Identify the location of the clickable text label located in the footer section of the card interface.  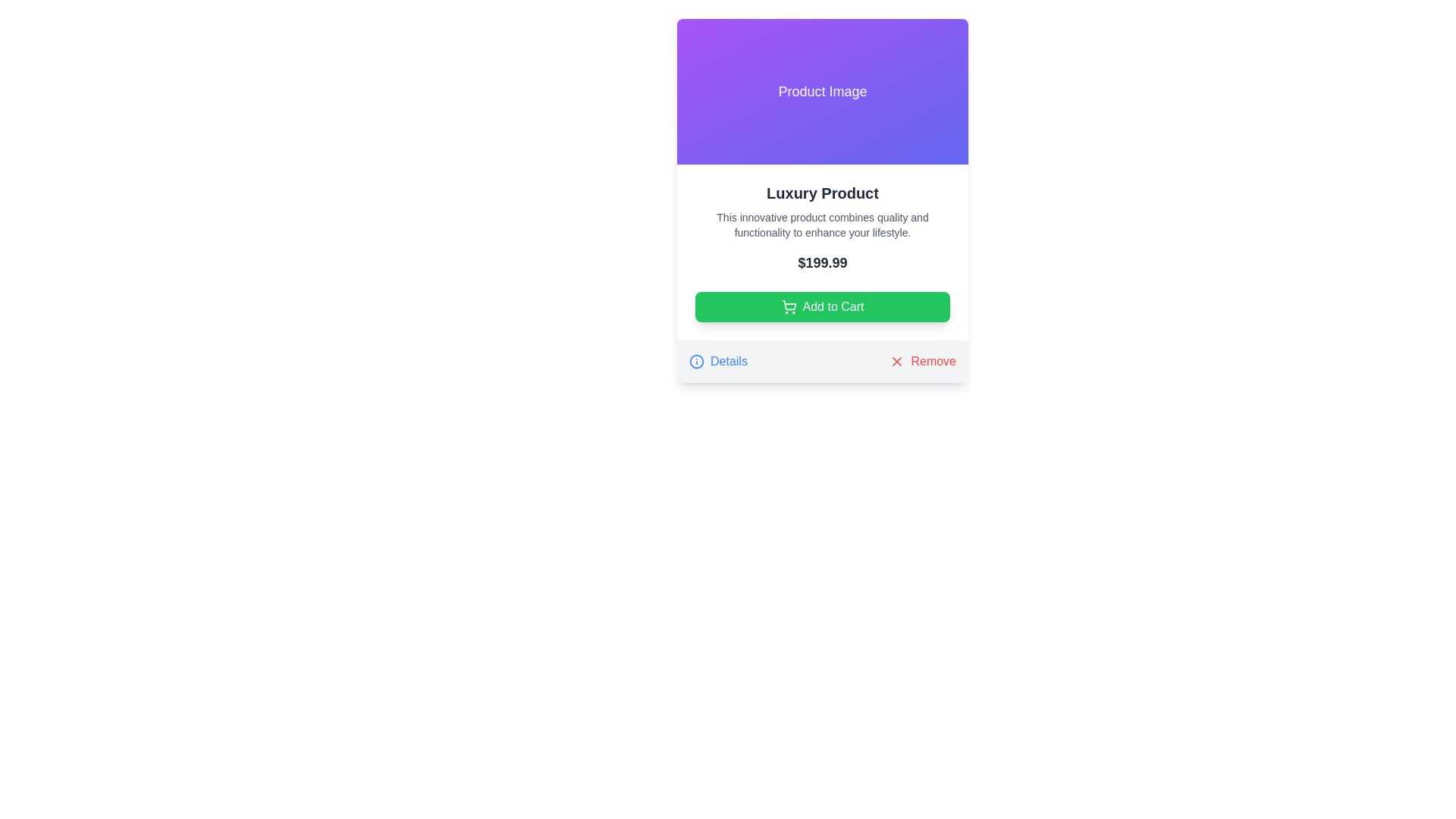
(729, 362).